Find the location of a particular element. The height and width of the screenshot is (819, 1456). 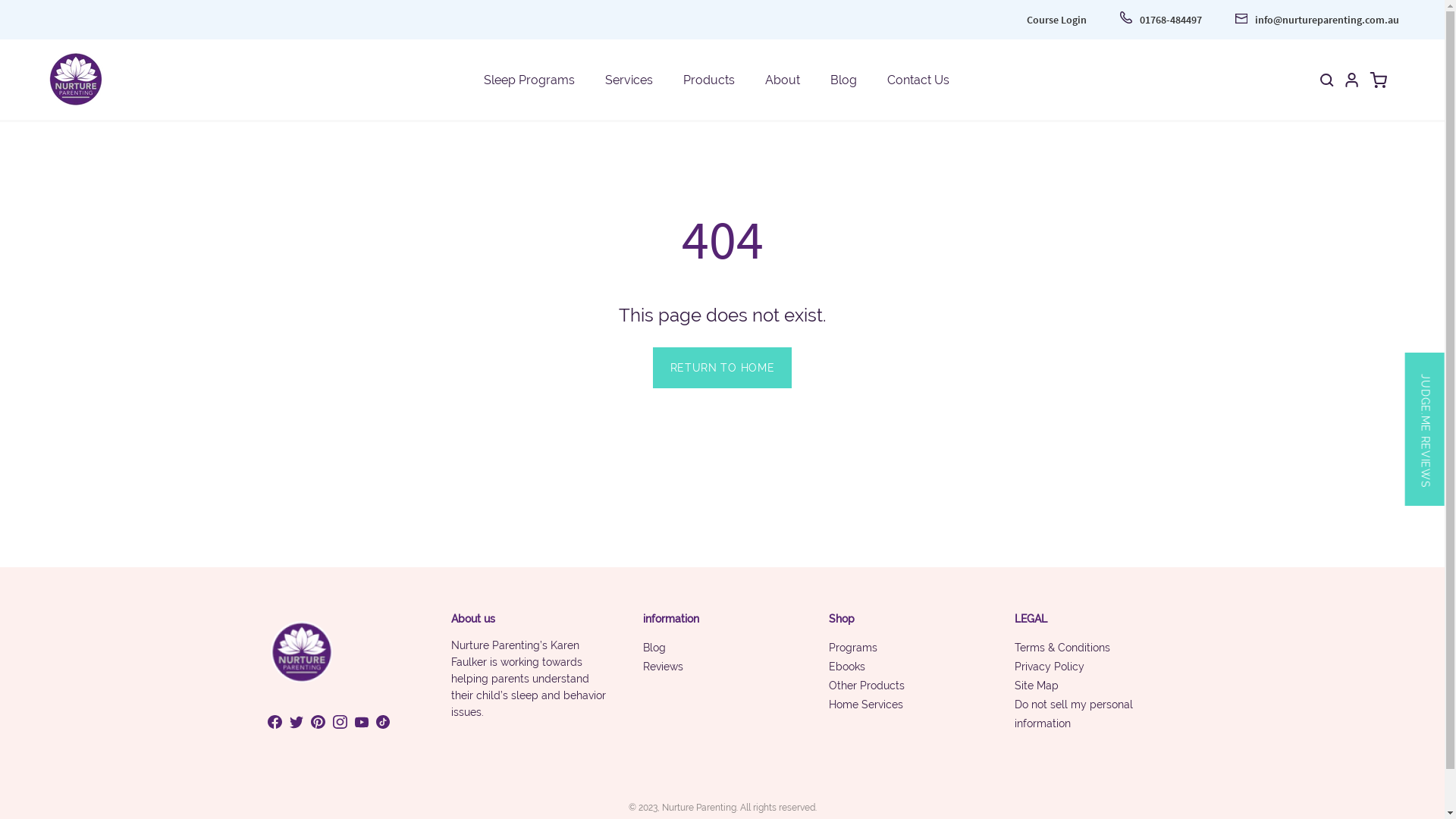

'View Nurture Parenting Shop on Facebook' is located at coordinates (274, 721).